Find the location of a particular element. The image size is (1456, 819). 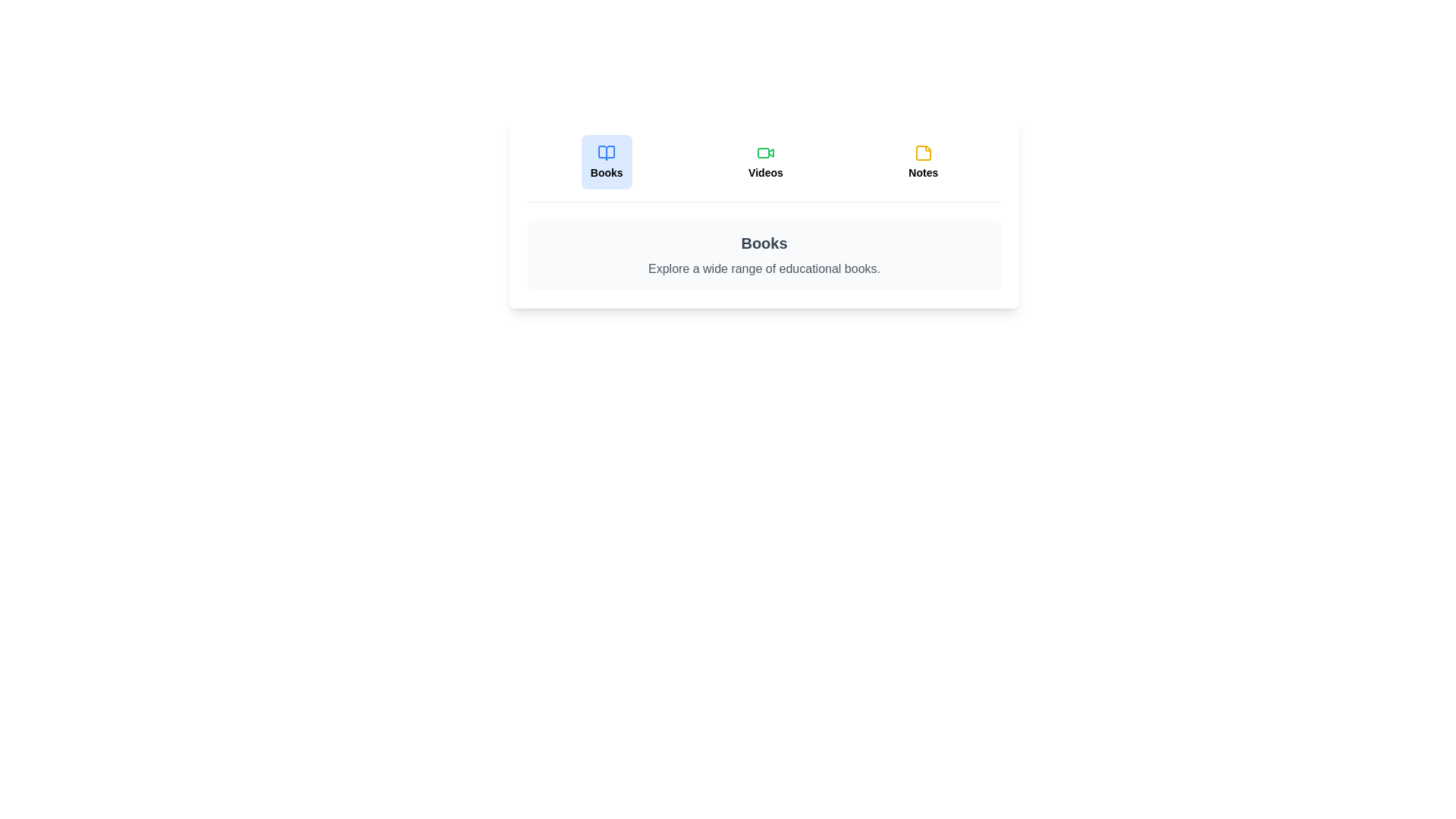

the 'Videos' tab to view its content is located at coordinates (765, 162).